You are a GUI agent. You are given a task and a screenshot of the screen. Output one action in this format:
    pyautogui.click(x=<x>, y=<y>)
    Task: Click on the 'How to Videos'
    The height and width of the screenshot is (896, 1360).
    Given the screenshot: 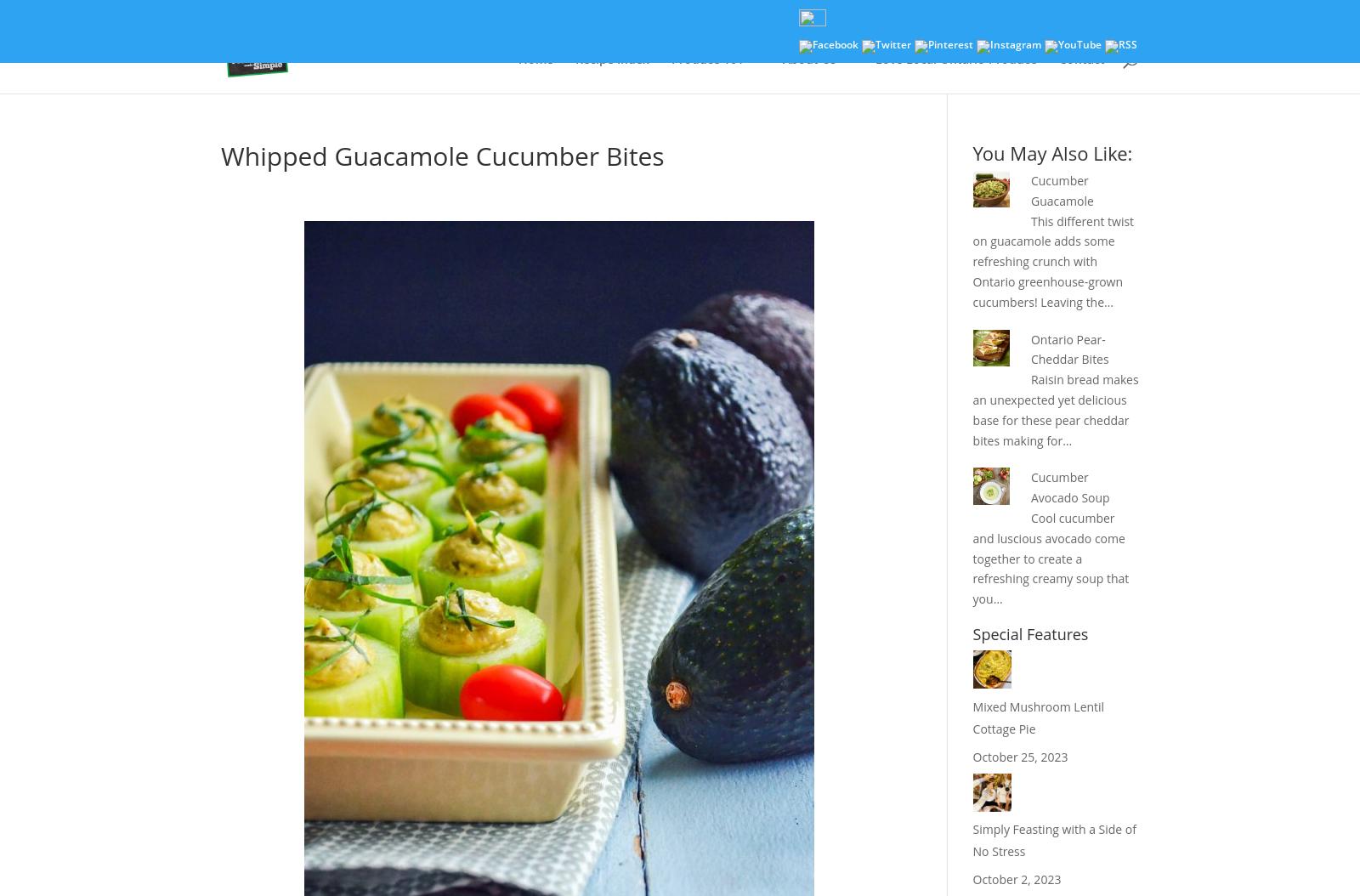 What is the action you would take?
    pyautogui.click(x=747, y=162)
    